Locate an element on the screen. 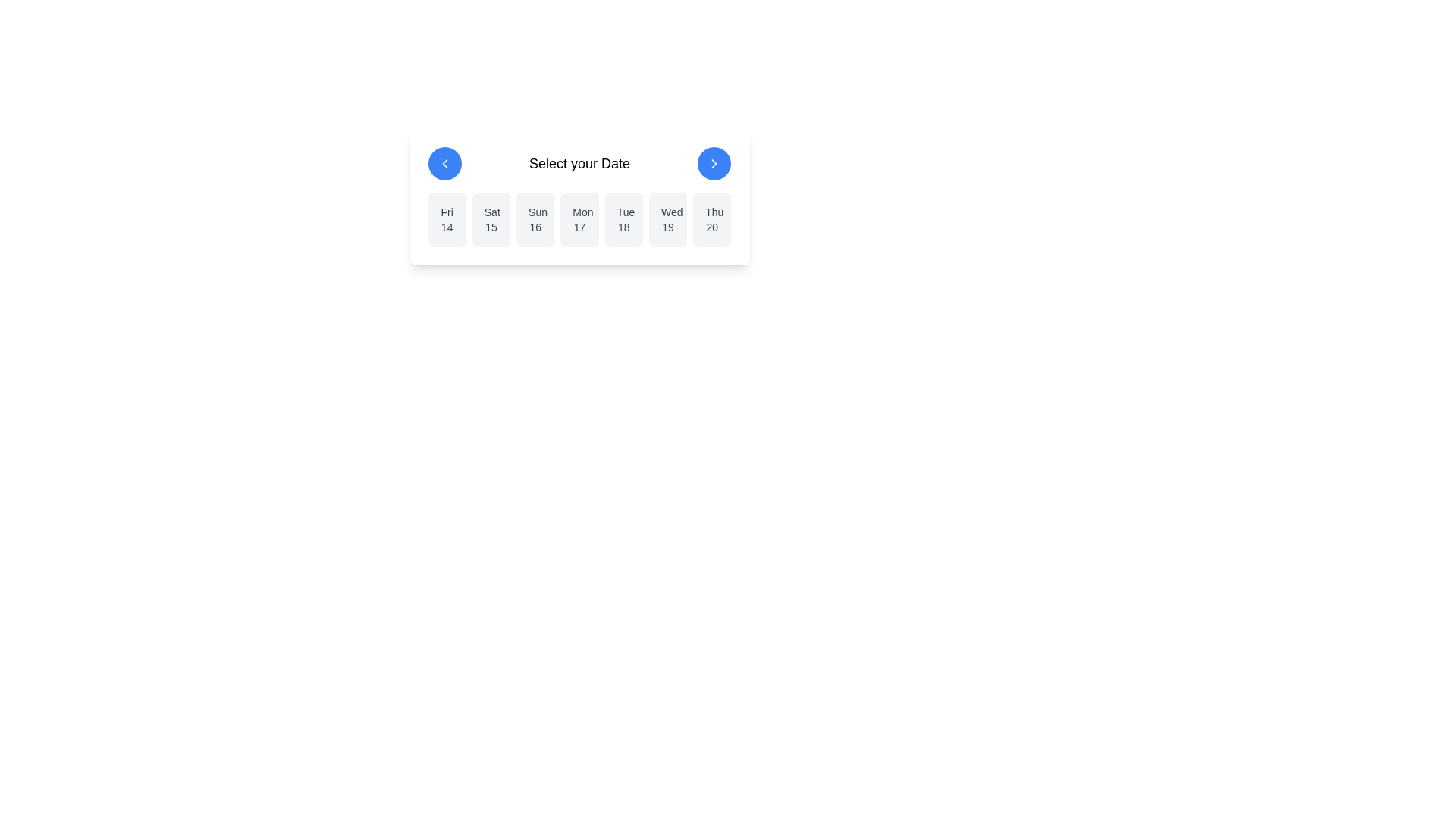 Image resolution: width=1456 pixels, height=819 pixels. the navigation icon located at the far-left side of the horizontal interface section is located at coordinates (444, 164).